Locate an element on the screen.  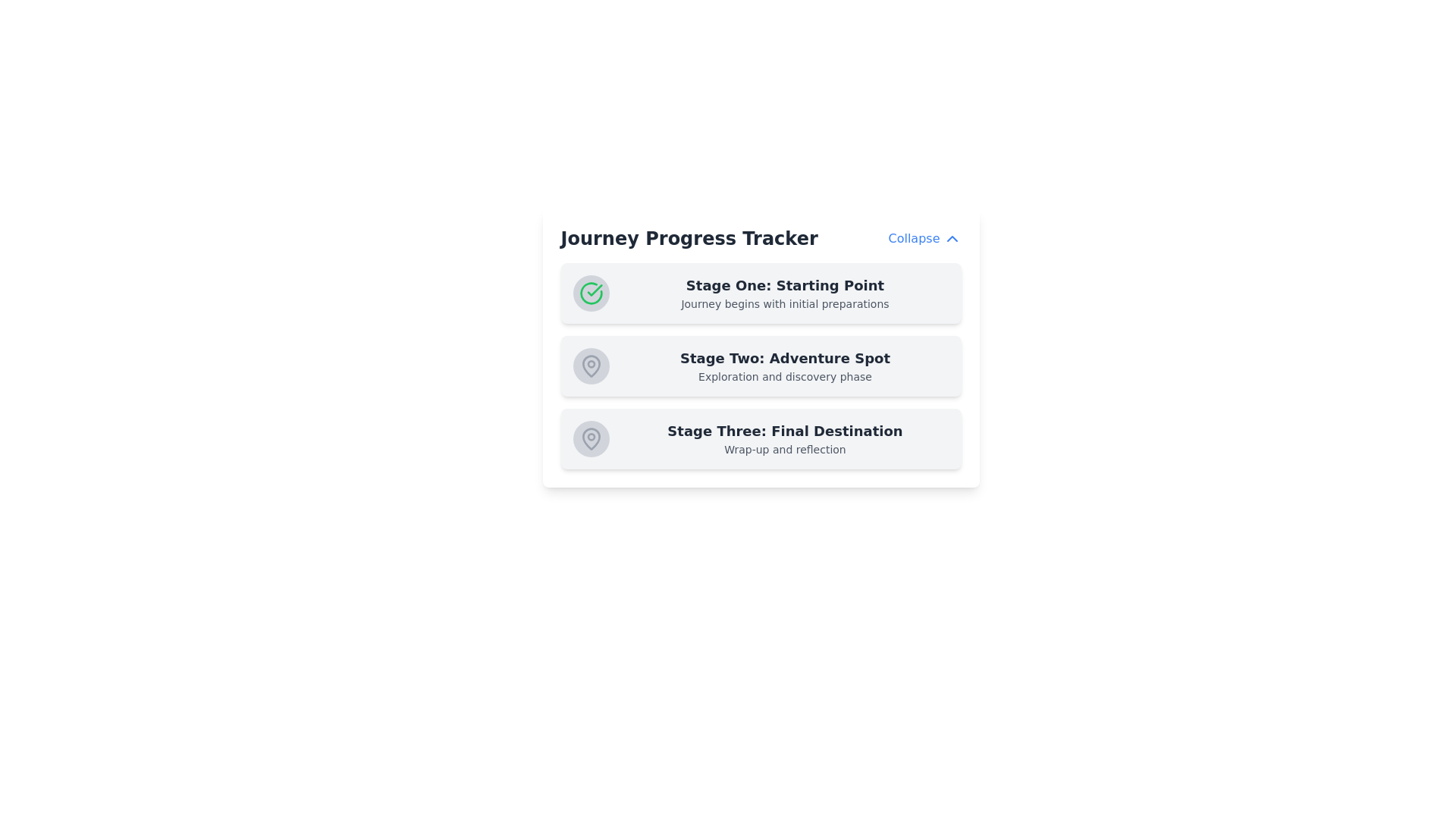
the circular icon button with a light gray background and a darker gray map-pin icon, located at the leftmost side of the row labeled 'Stage Three: Final Destination Wrap-up and reflection.' is located at coordinates (590, 438).